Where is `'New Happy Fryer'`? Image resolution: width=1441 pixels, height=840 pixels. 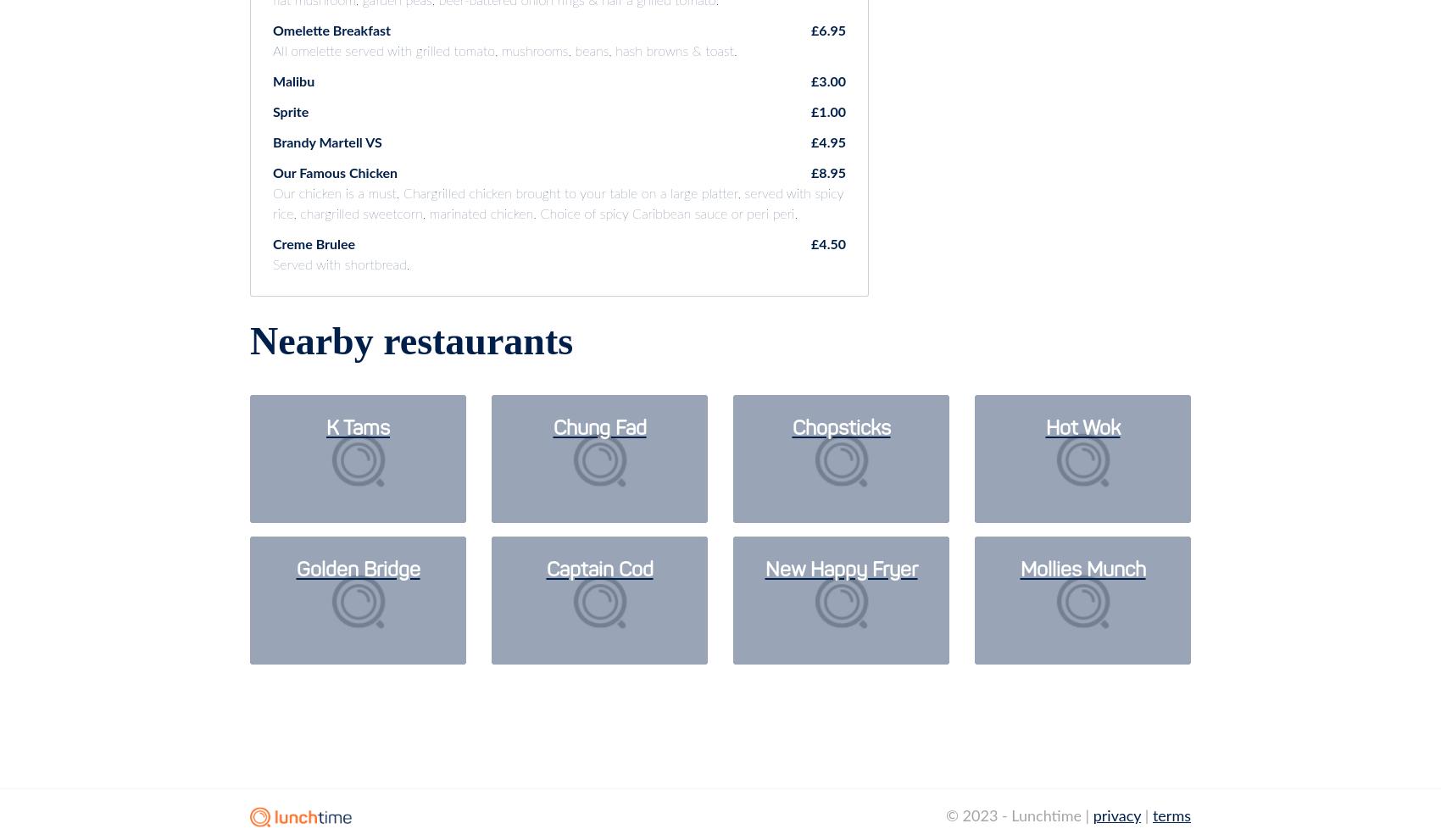
'New Happy Fryer' is located at coordinates (765, 569).